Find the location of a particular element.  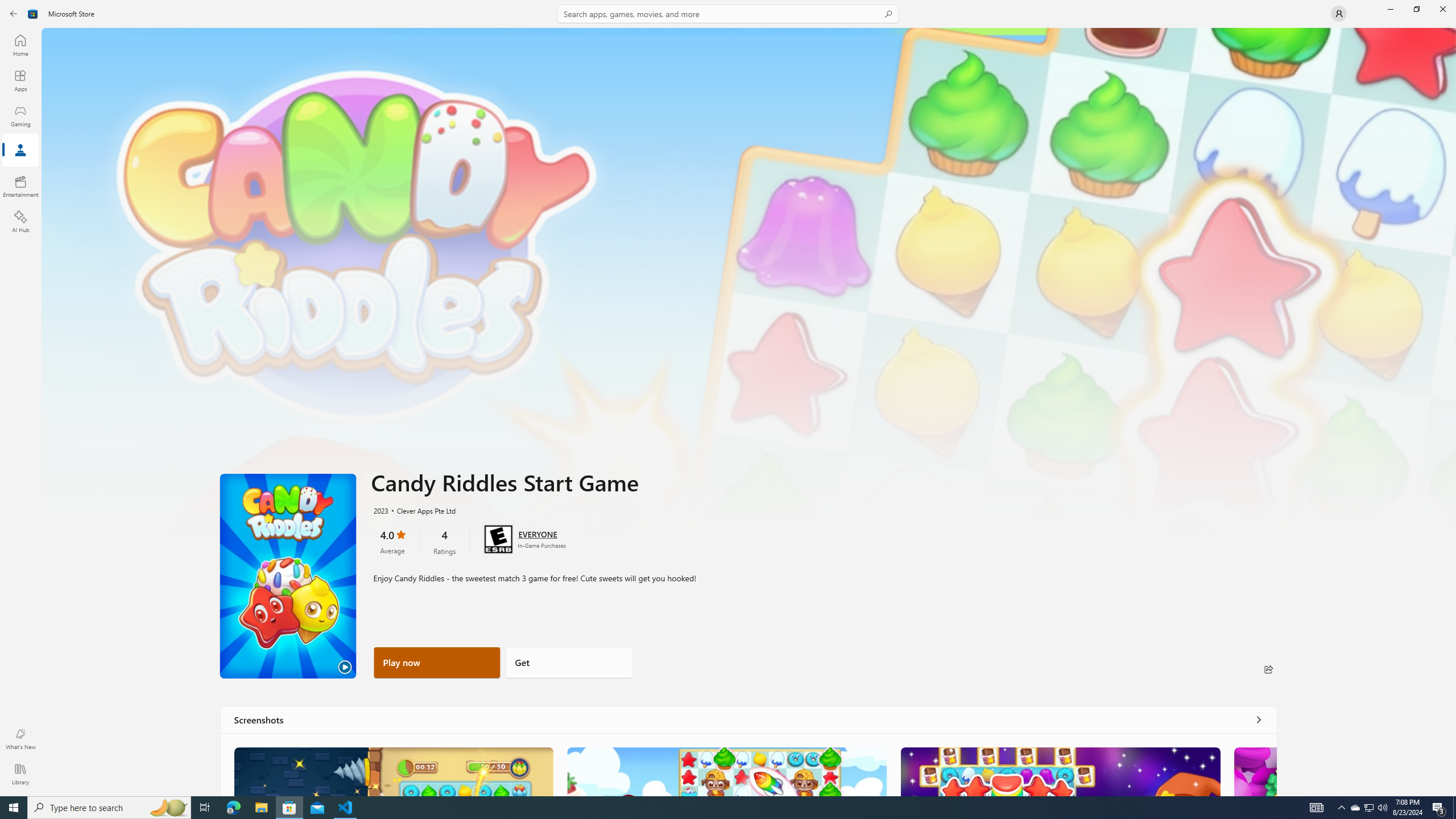

'Age rating: EVERYONE. Click for more information.' is located at coordinates (536, 533).